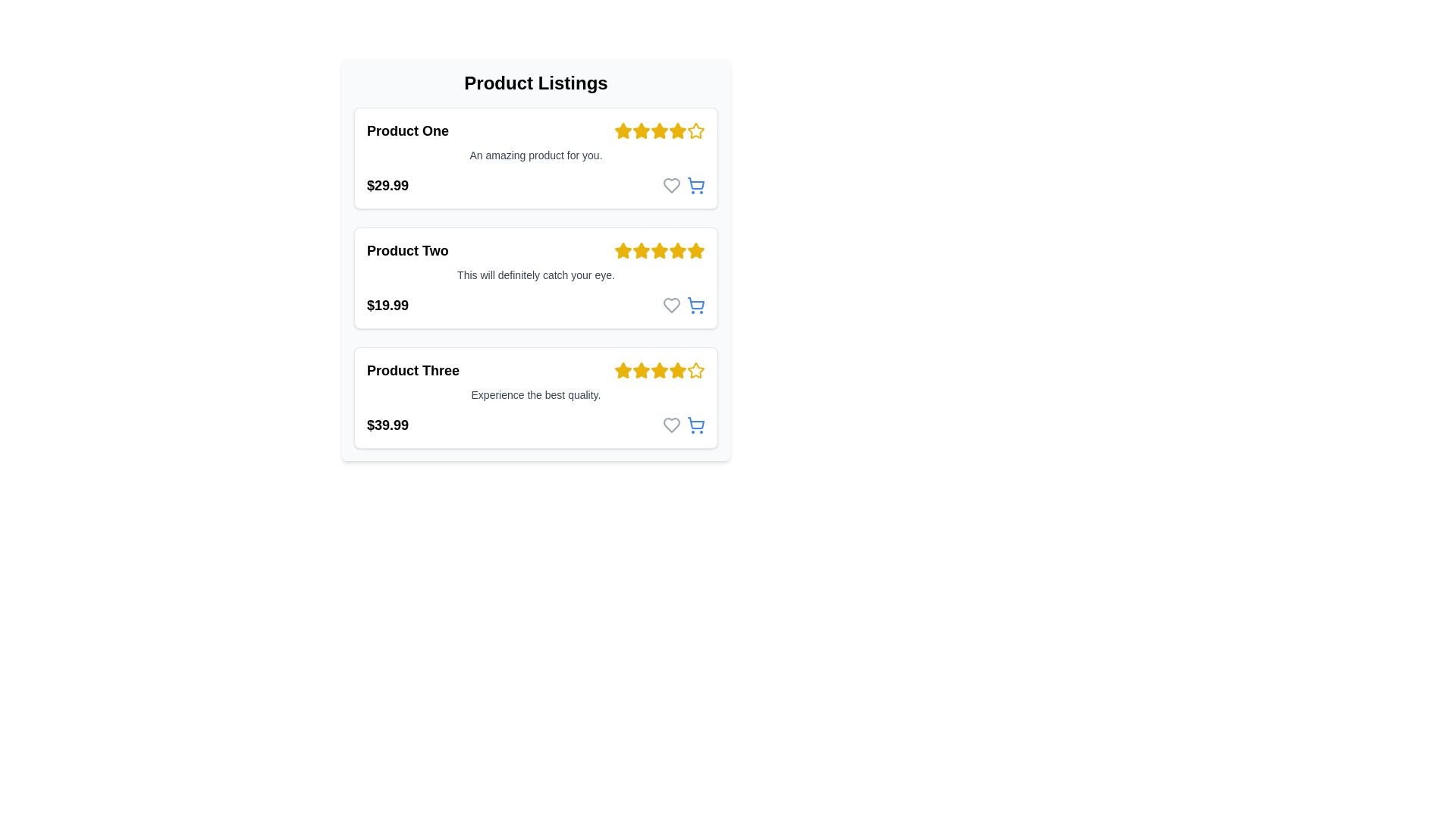 The width and height of the screenshot is (1456, 819). What do you see at coordinates (683, 185) in the screenshot?
I see `the heart icon in the group of icons (heart and shopping cart) located in the topmost product card` at bounding box center [683, 185].